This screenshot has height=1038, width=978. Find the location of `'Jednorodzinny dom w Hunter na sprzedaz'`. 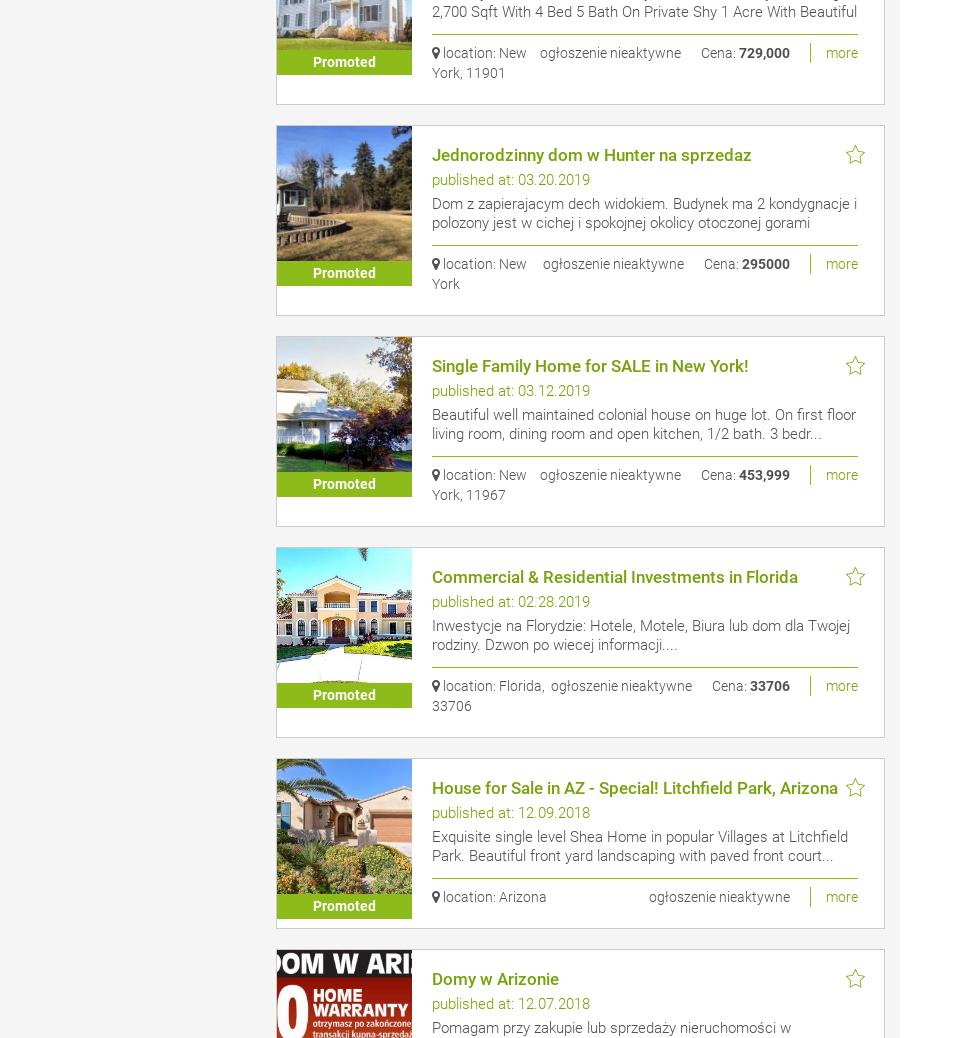

'Jednorodzinny dom w Hunter na sprzedaz' is located at coordinates (591, 153).